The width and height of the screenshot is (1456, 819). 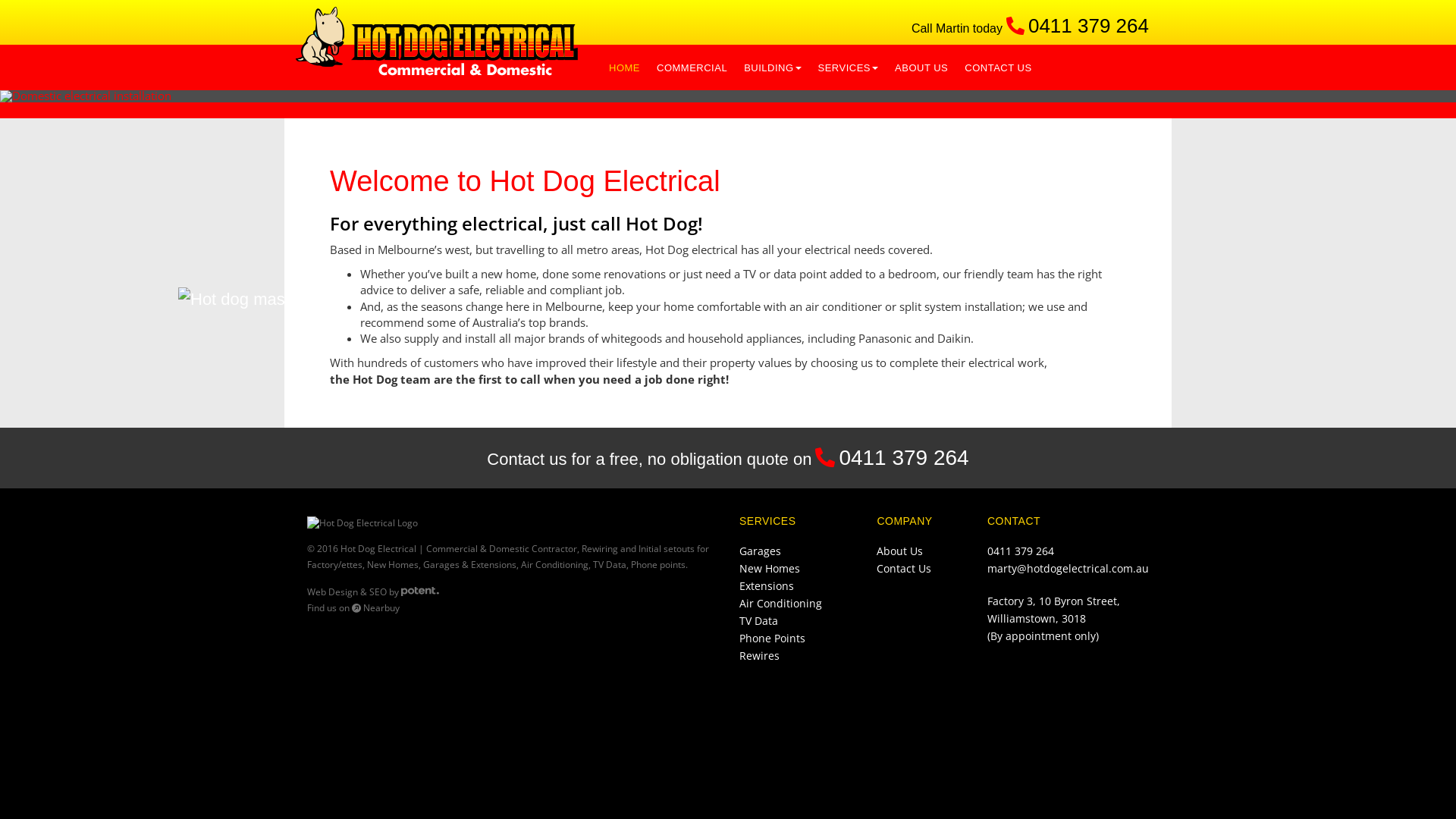 I want to click on 'New Homes', so click(x=769, y=568).